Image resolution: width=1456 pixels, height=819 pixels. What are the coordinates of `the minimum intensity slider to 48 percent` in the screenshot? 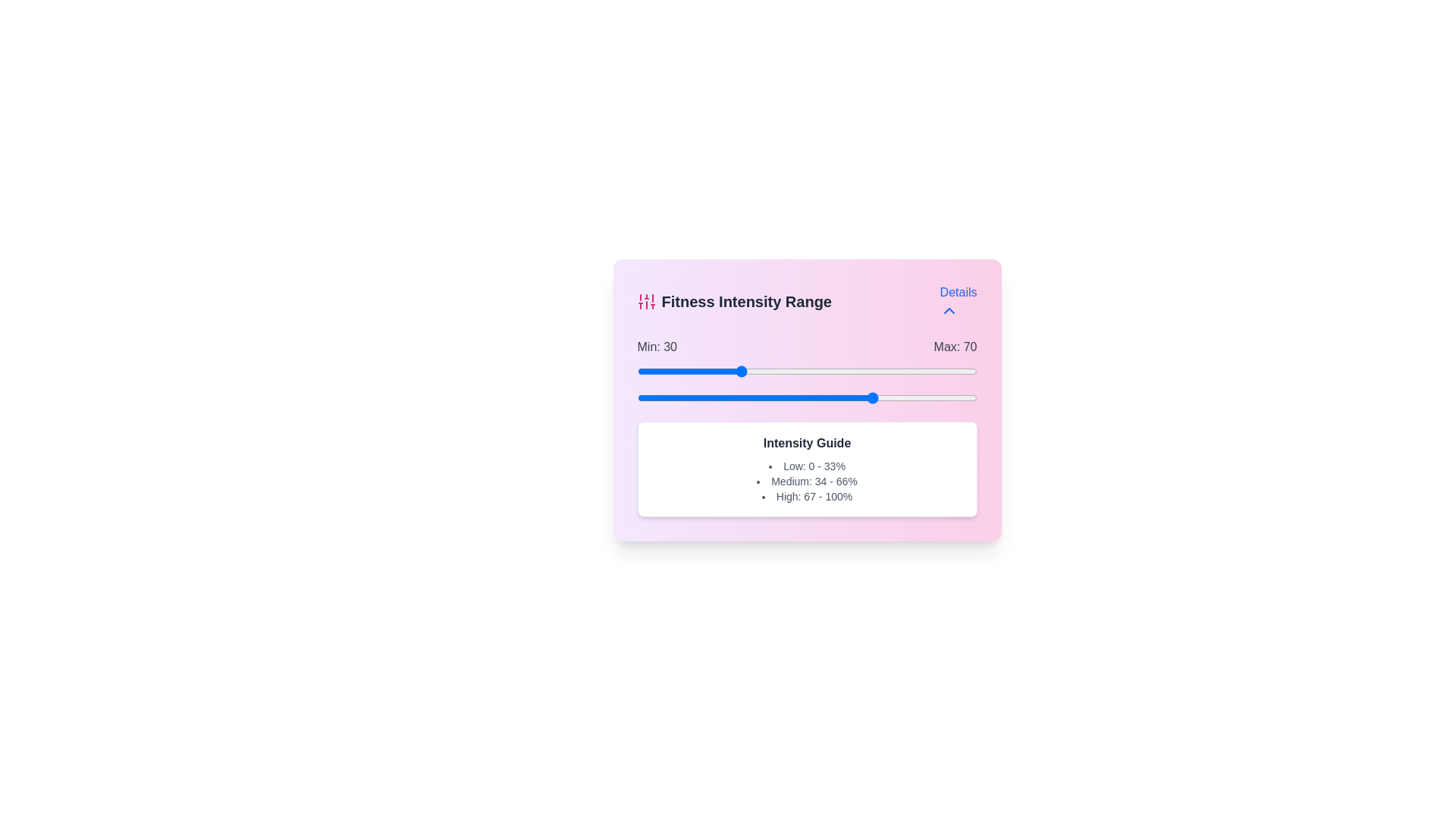 It's located at (799, 371).